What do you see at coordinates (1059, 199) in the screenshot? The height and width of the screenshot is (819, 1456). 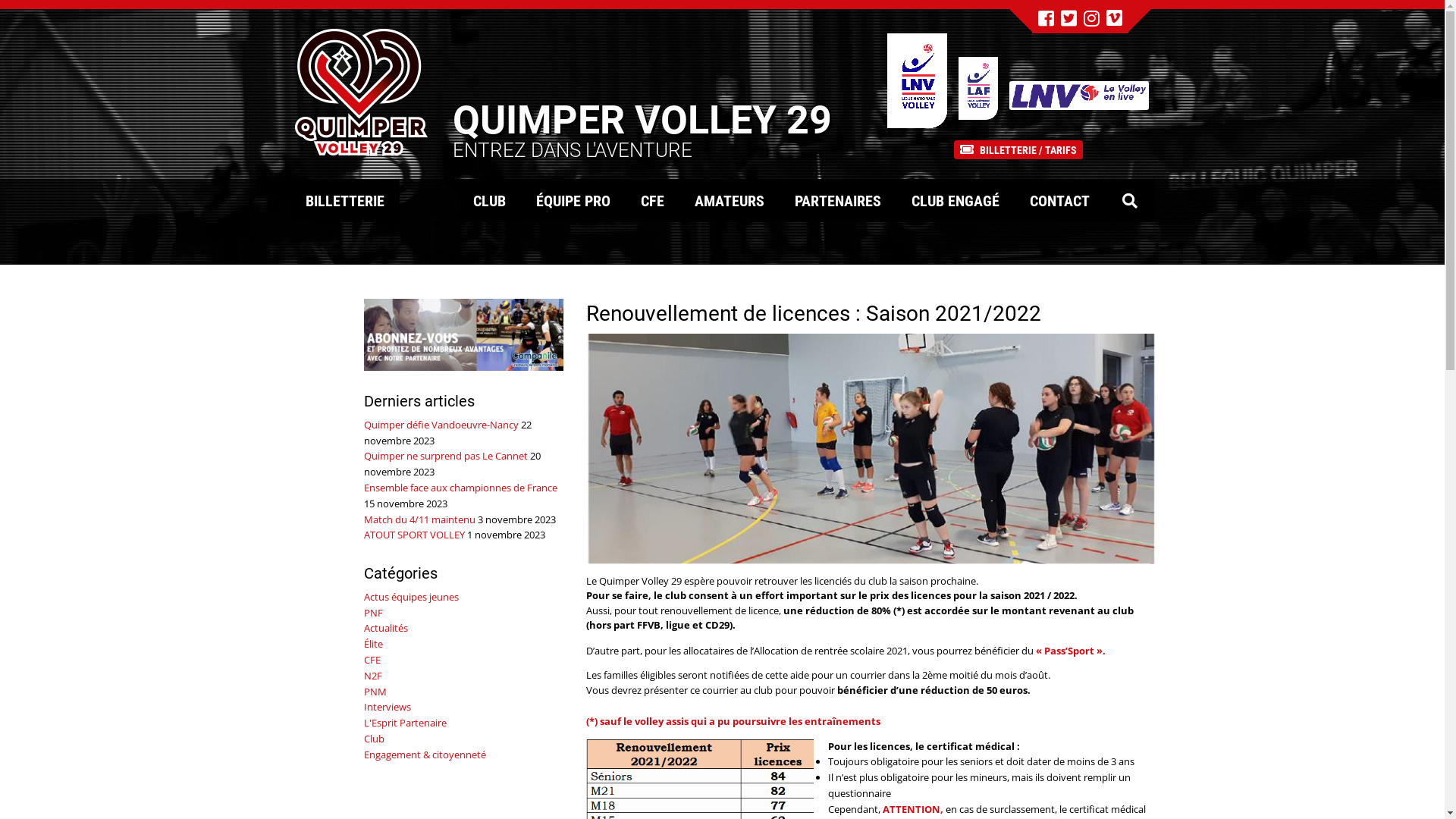 I see `'CONTACT'` at bounding box center [1059, 199].